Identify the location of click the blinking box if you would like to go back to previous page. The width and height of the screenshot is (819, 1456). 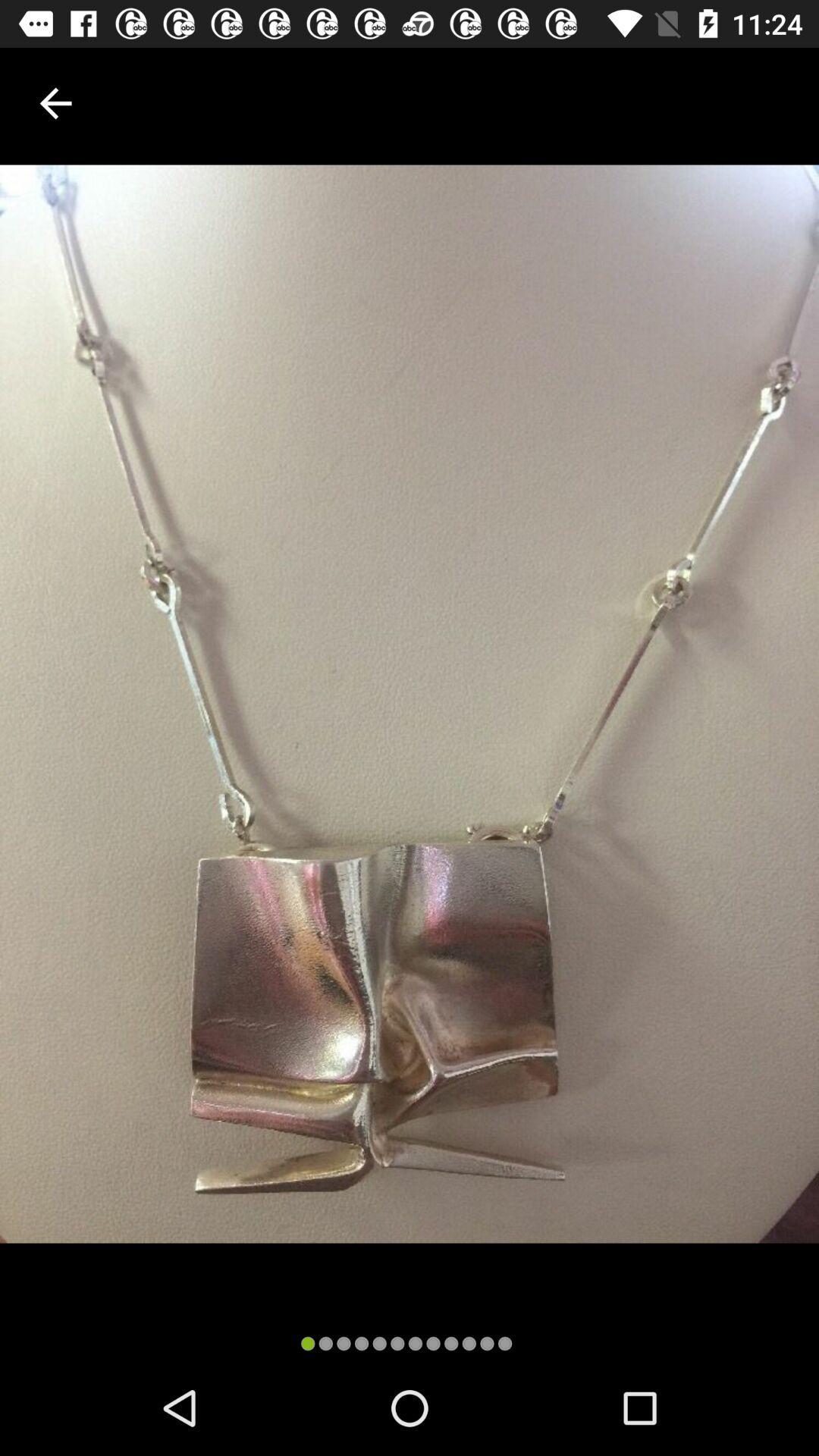
(55, 102).